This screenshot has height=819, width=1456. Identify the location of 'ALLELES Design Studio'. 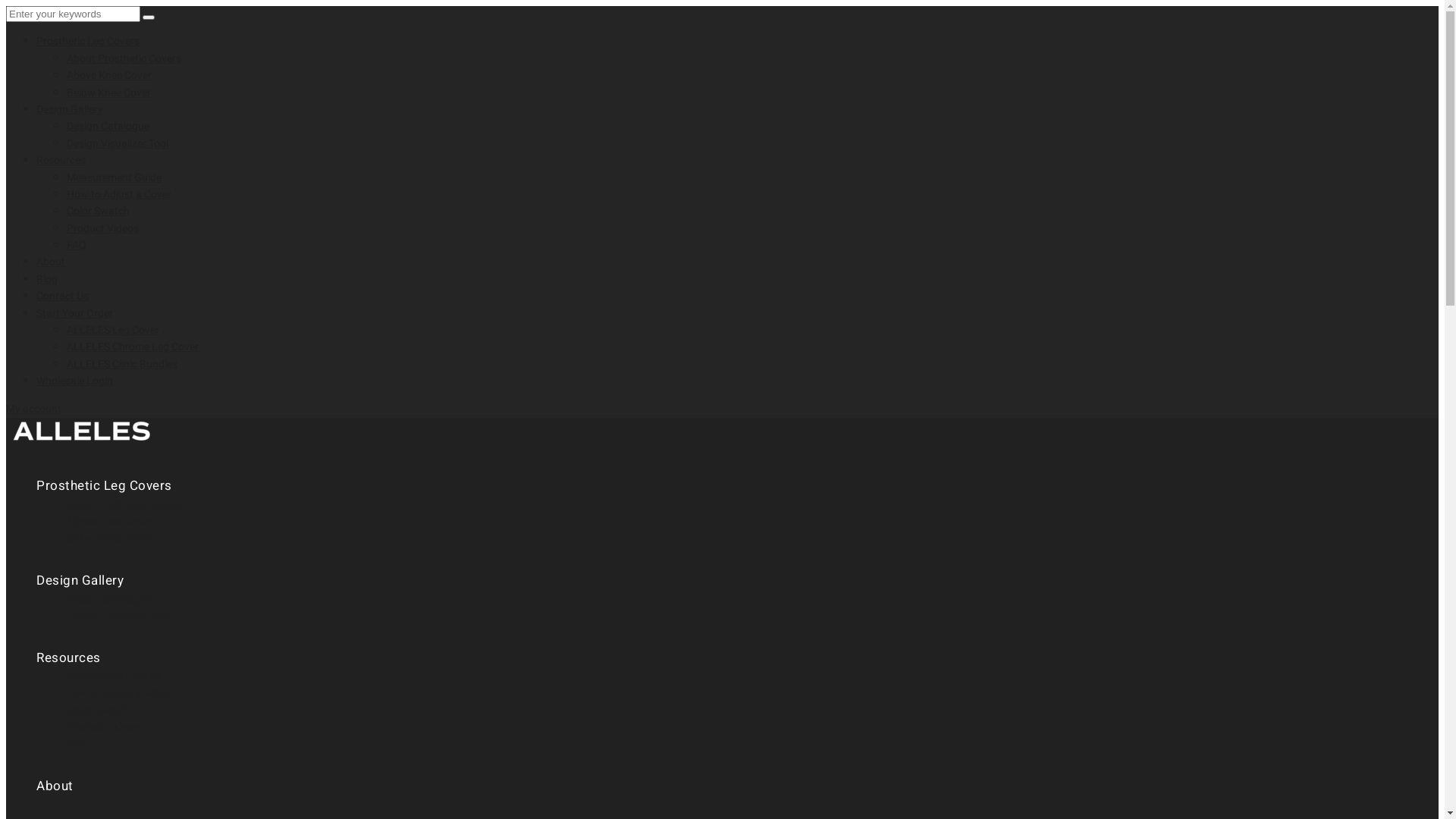
(81, 444).